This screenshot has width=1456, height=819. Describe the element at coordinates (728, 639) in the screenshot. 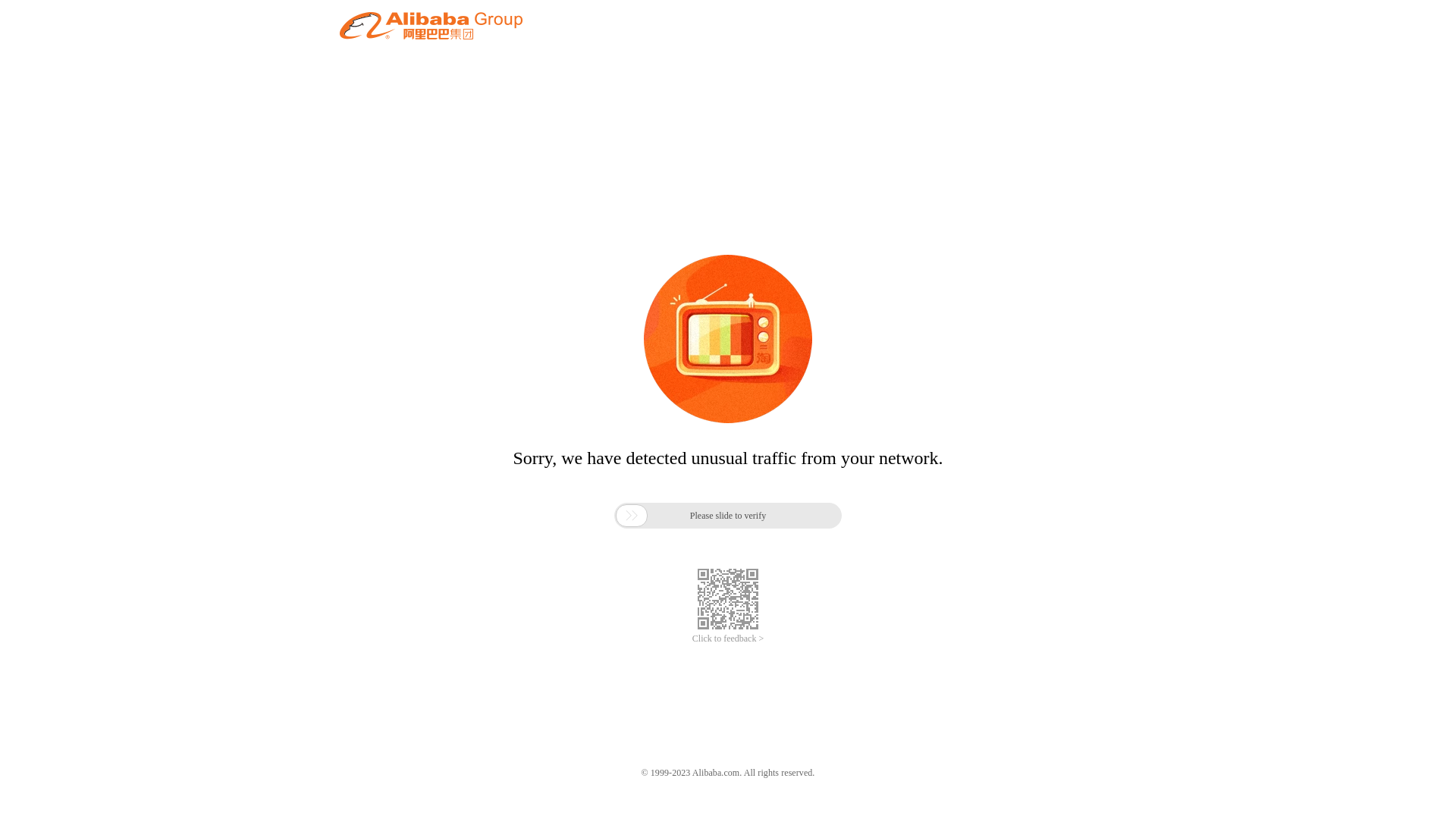

I see `'Click to feedback >'` at that location.